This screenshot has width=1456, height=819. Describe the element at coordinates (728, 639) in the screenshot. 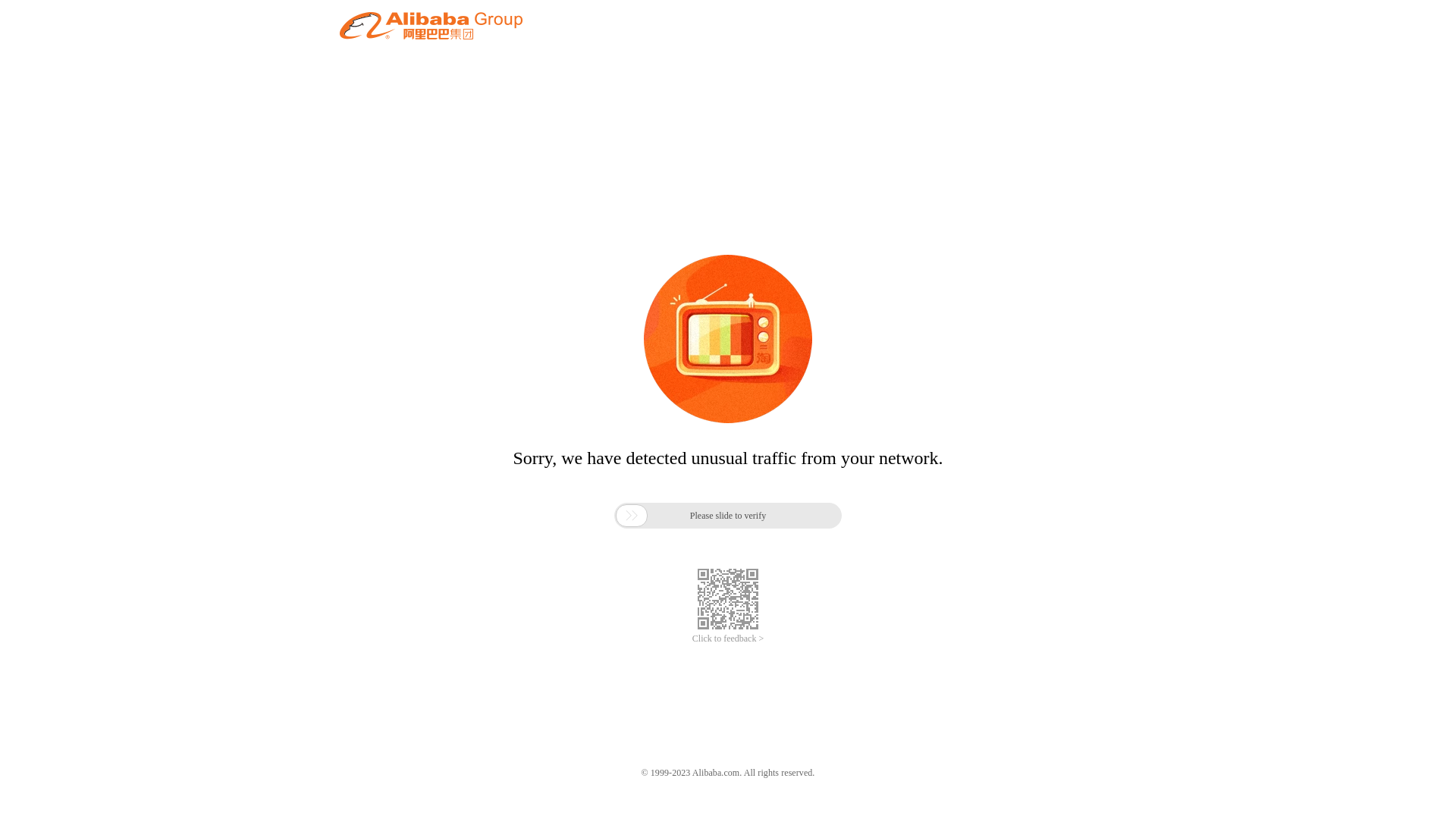

I see `'Click to feedback >'` at that location.